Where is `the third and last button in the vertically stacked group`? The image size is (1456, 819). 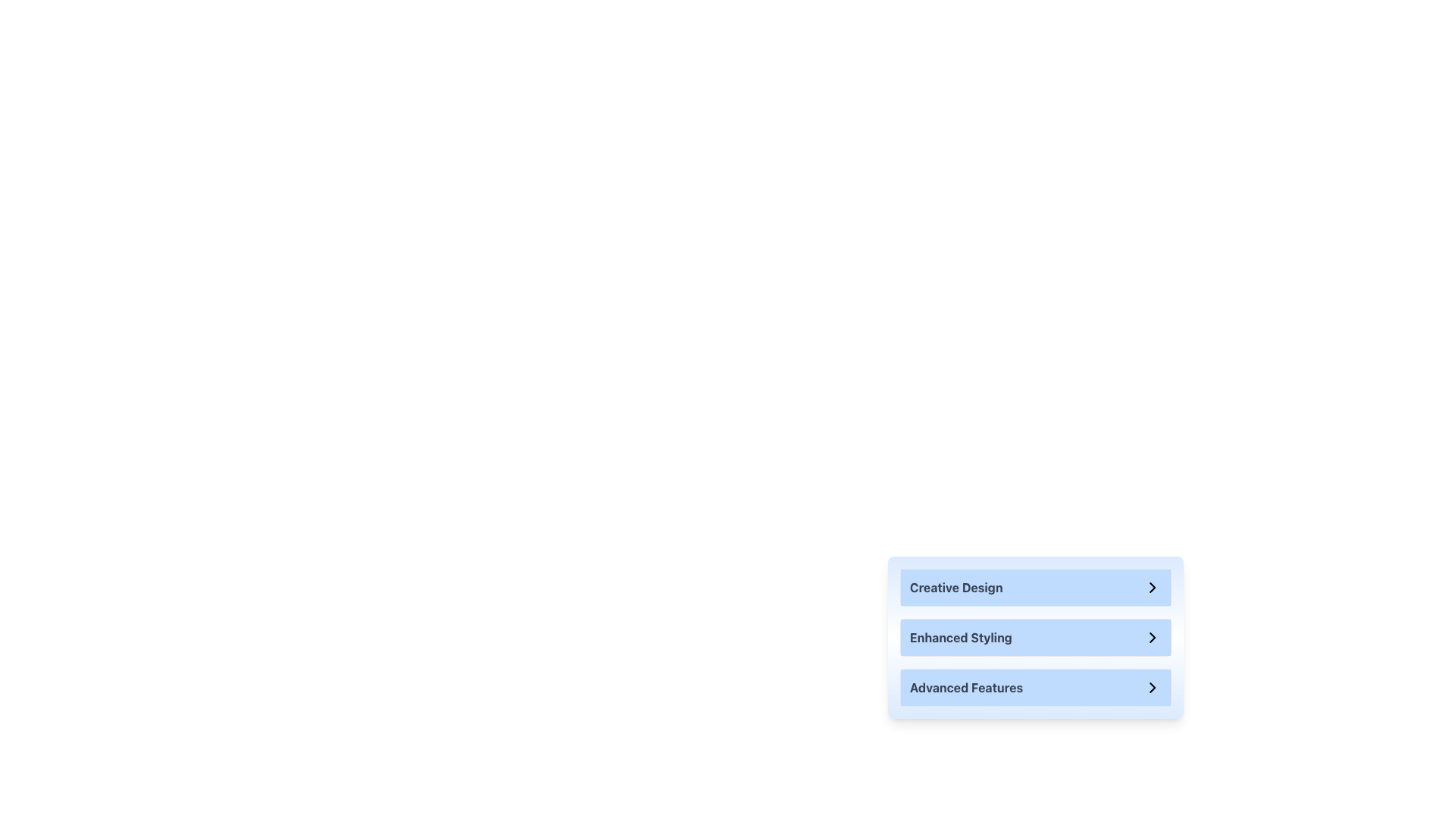
the third and last button in the vertically stacked group is located at coordinates (1035, 687).